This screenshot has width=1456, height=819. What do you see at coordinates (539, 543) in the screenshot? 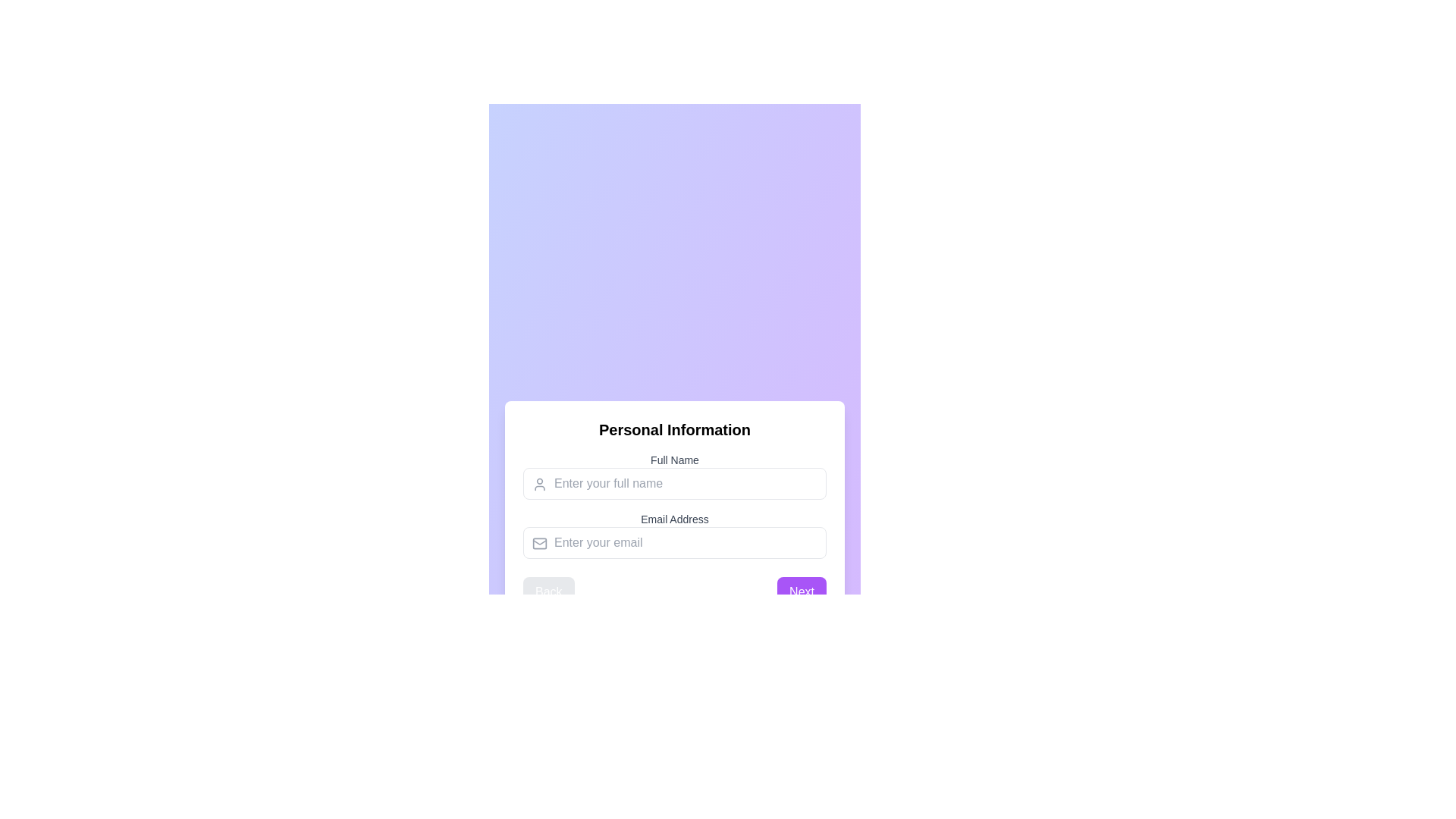
I see `the rectangular envelope icon that is part of the mail SVG component, located in the lower section of the 'Email Address' input field` at bounding box center [539, 543].